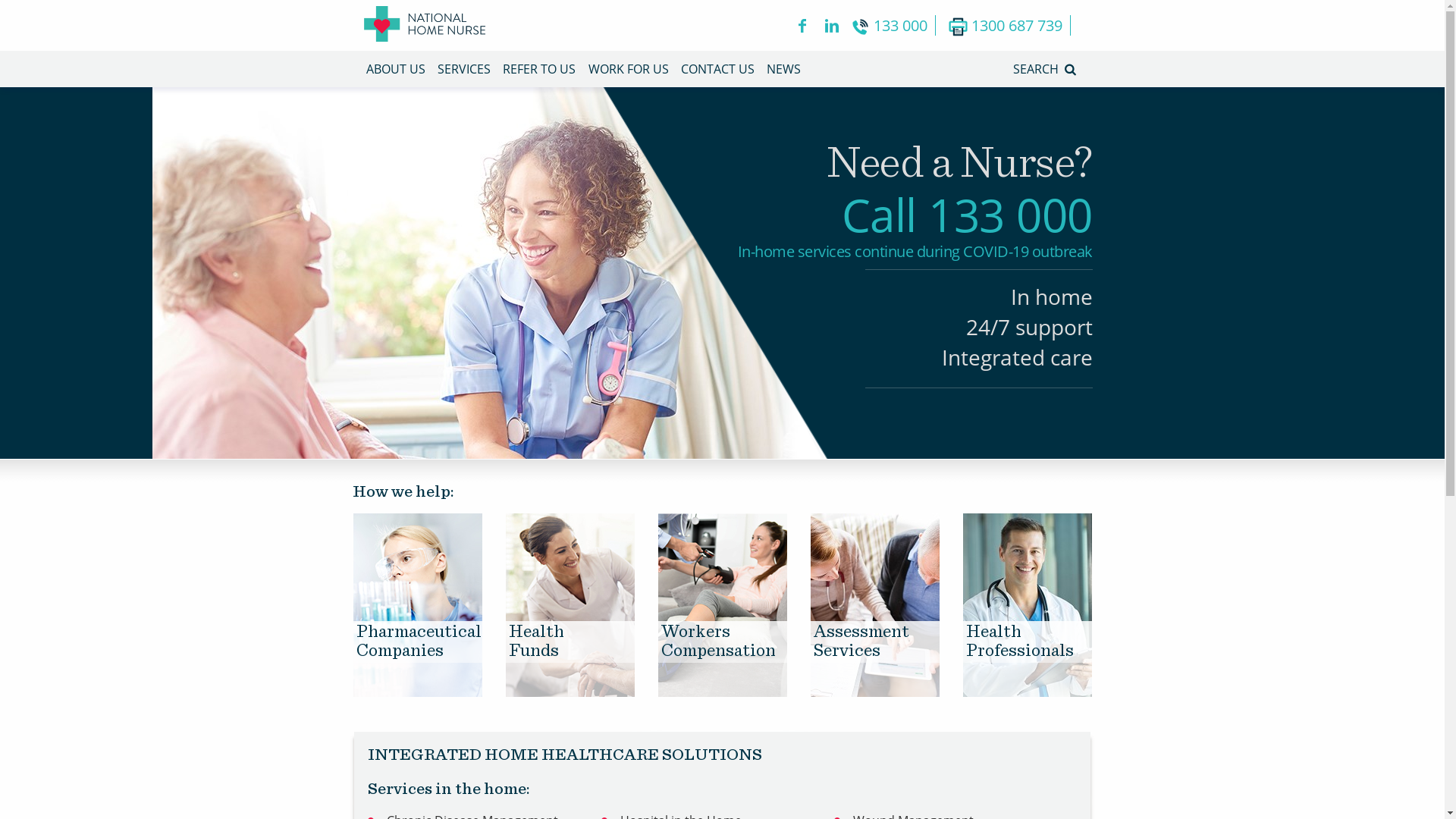 Image resolution: width=1456 pixels, height=819 pixels. Describe the element at coordinates (365, 69) in the screenshot. I see `'ABOUT US'` at that location.